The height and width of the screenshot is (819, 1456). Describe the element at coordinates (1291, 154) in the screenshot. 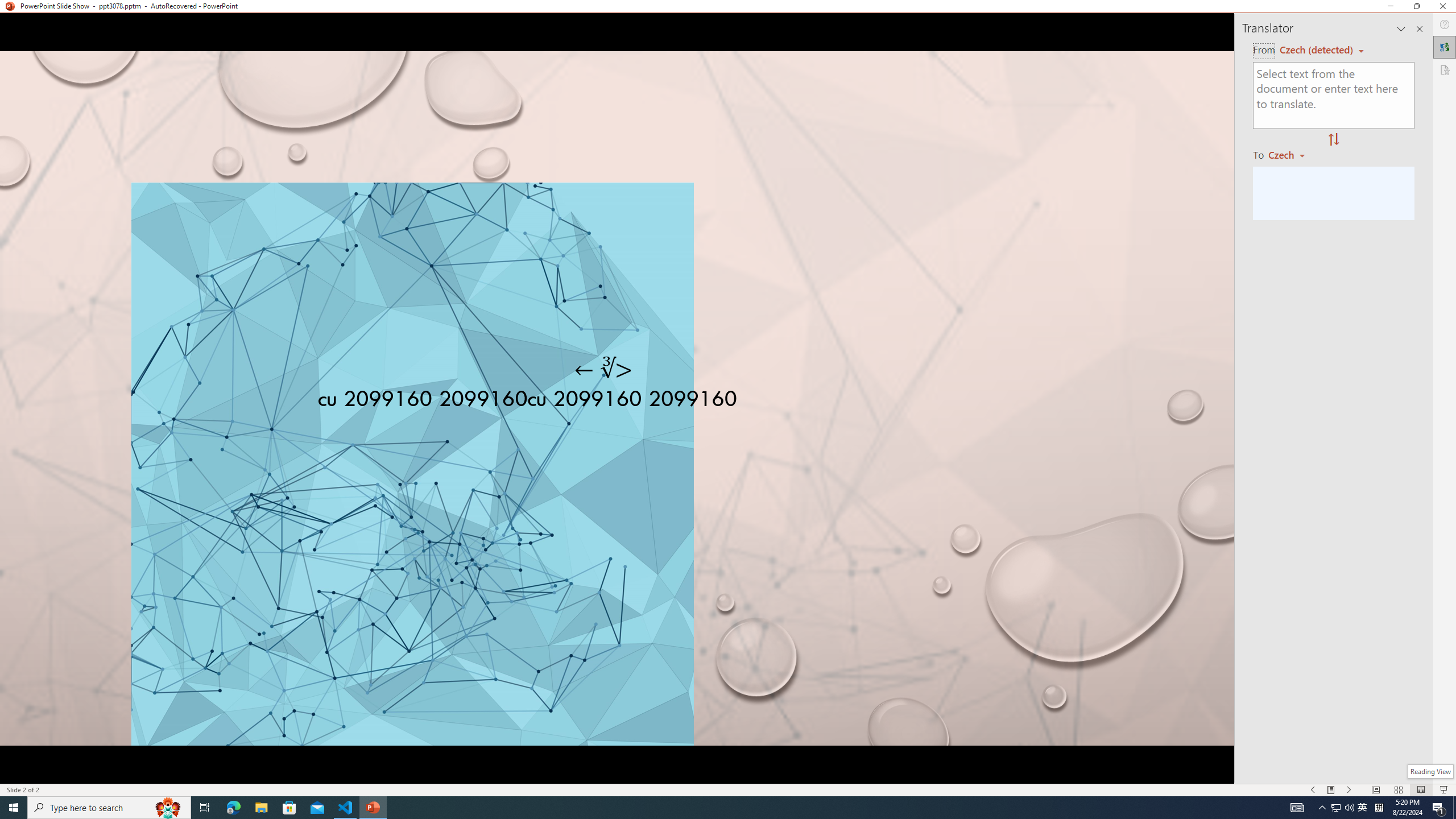

I see `'Czech'` at that location.